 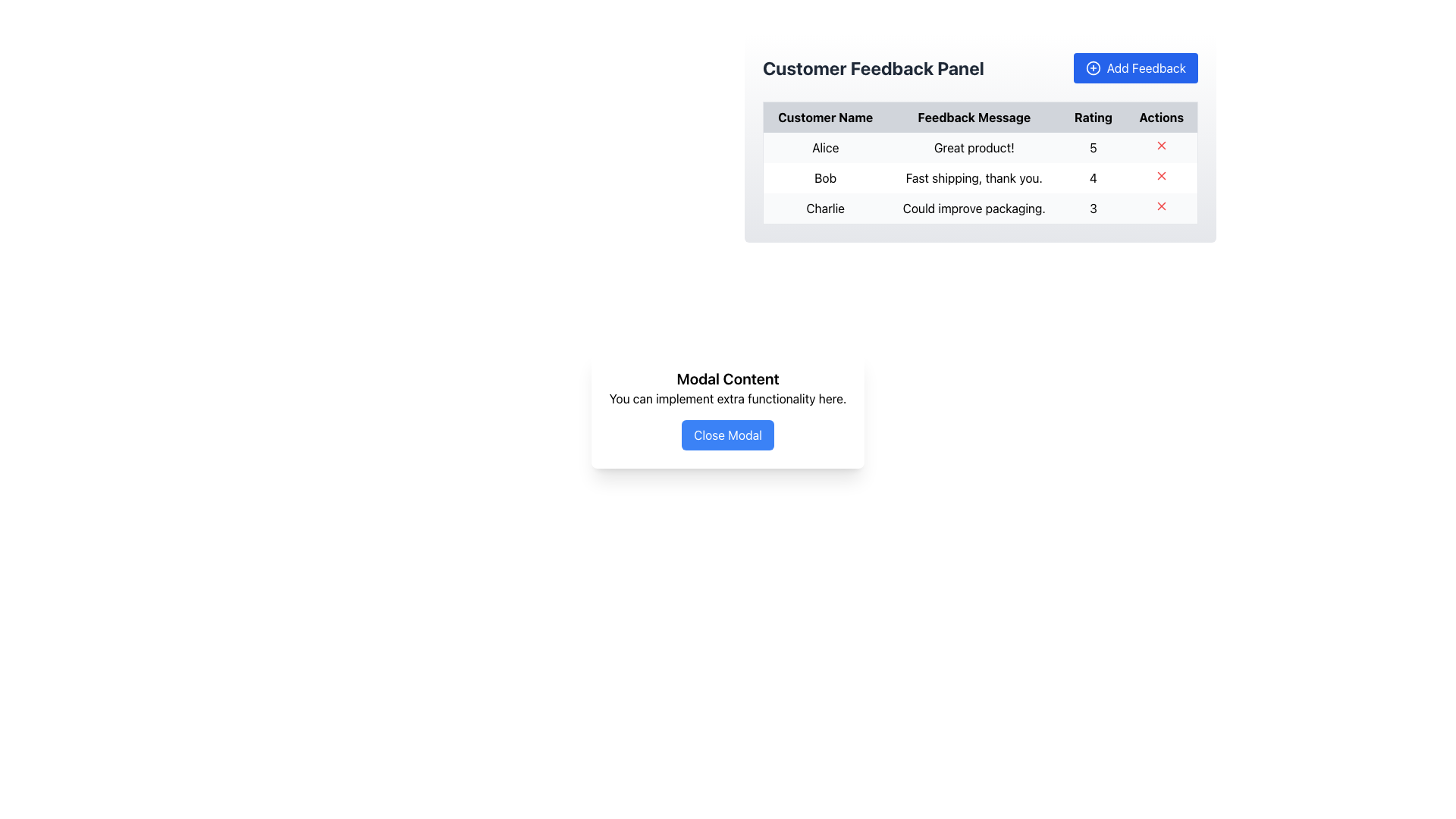 What do you see at coordinates (1160, 174) in the screenshot?
I see `the red cross ('X') button in the 'Actions' column` at bounding box center [1160, 174].